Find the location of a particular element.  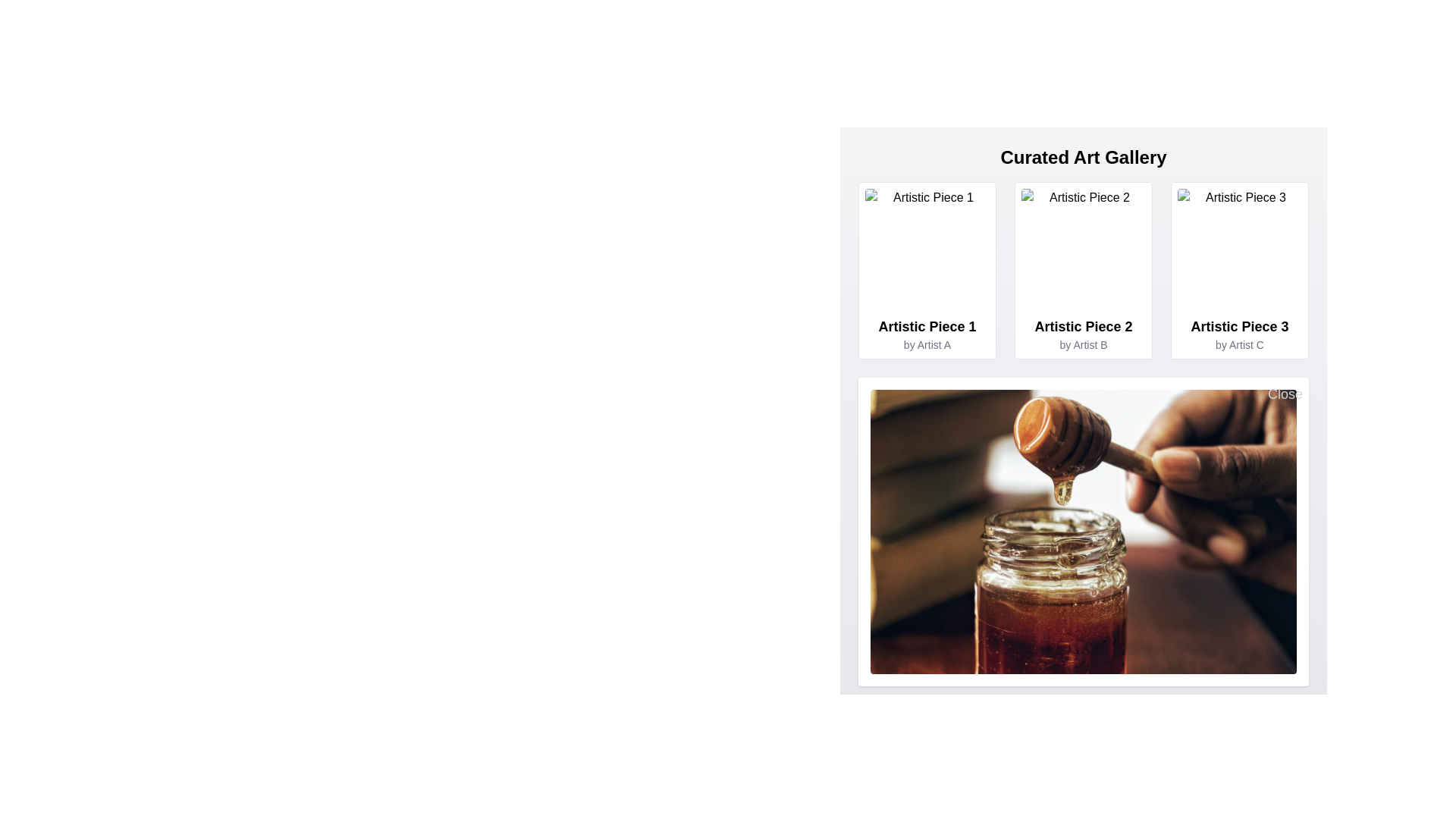

text displayed in the Text Display element titled 'Artistic Piece 1' by 'Artist A', which is centered within its card in the grid layout is located at coordinates (927, 333).